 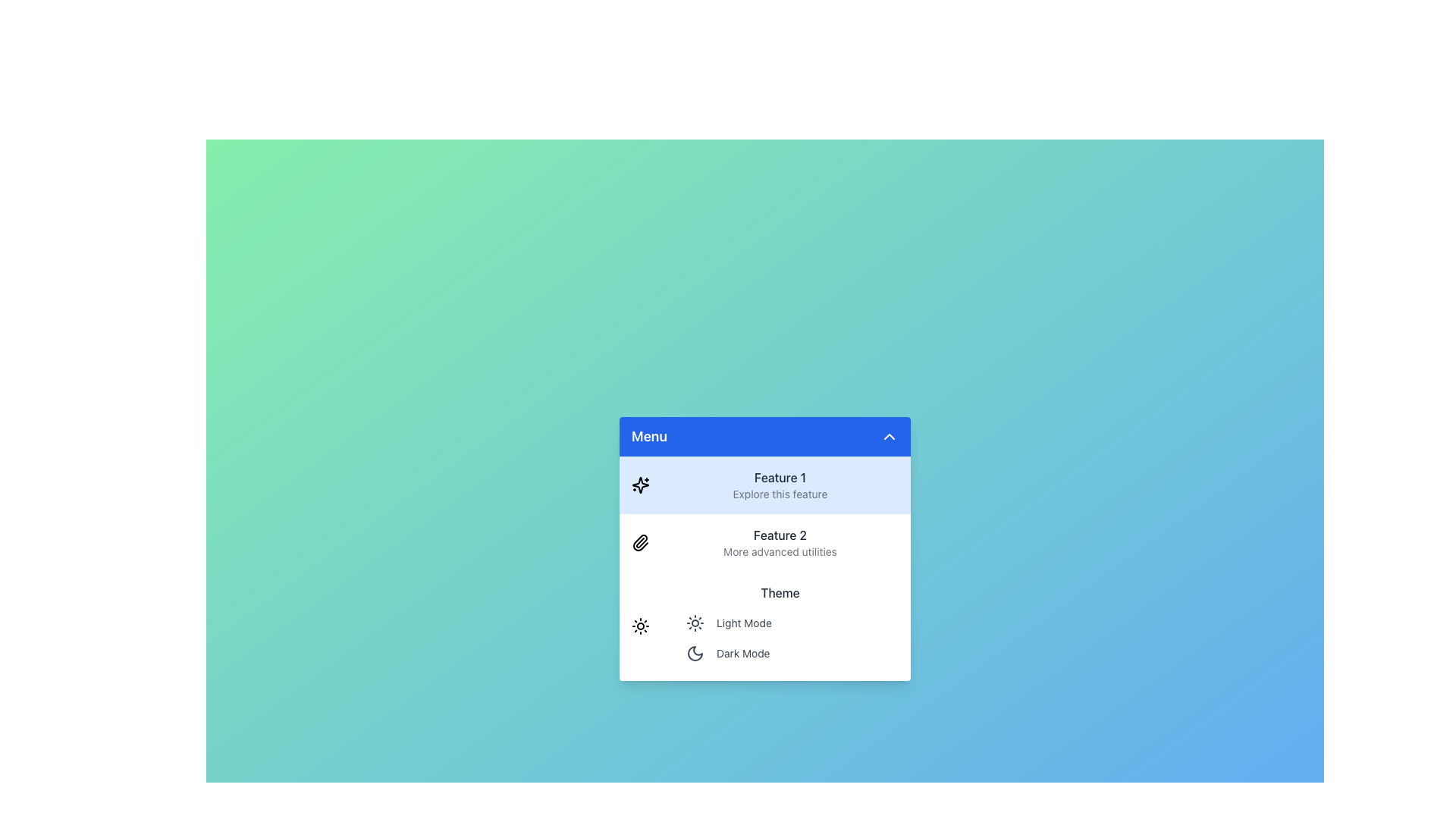 I want to click on the moon-shaped icon representing 'dark mode' located to the left of the 'Dark Mode' text label within the 'Theme' section of the dropdown menu, so click(x=694, y=652).